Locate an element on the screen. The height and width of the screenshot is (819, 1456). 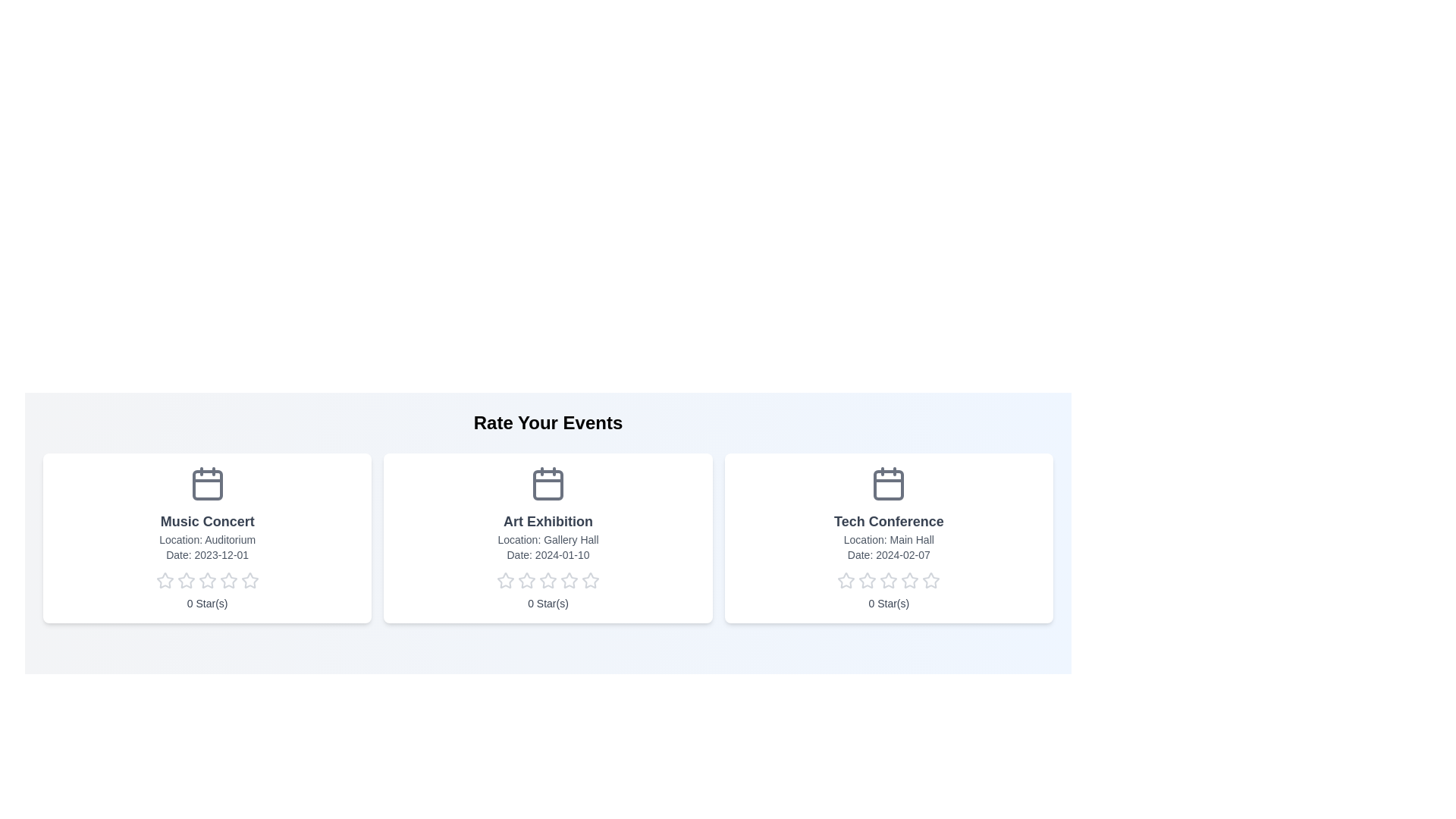
the event card for Music Concert to navigate to its details is located at coordinates (206, 537).